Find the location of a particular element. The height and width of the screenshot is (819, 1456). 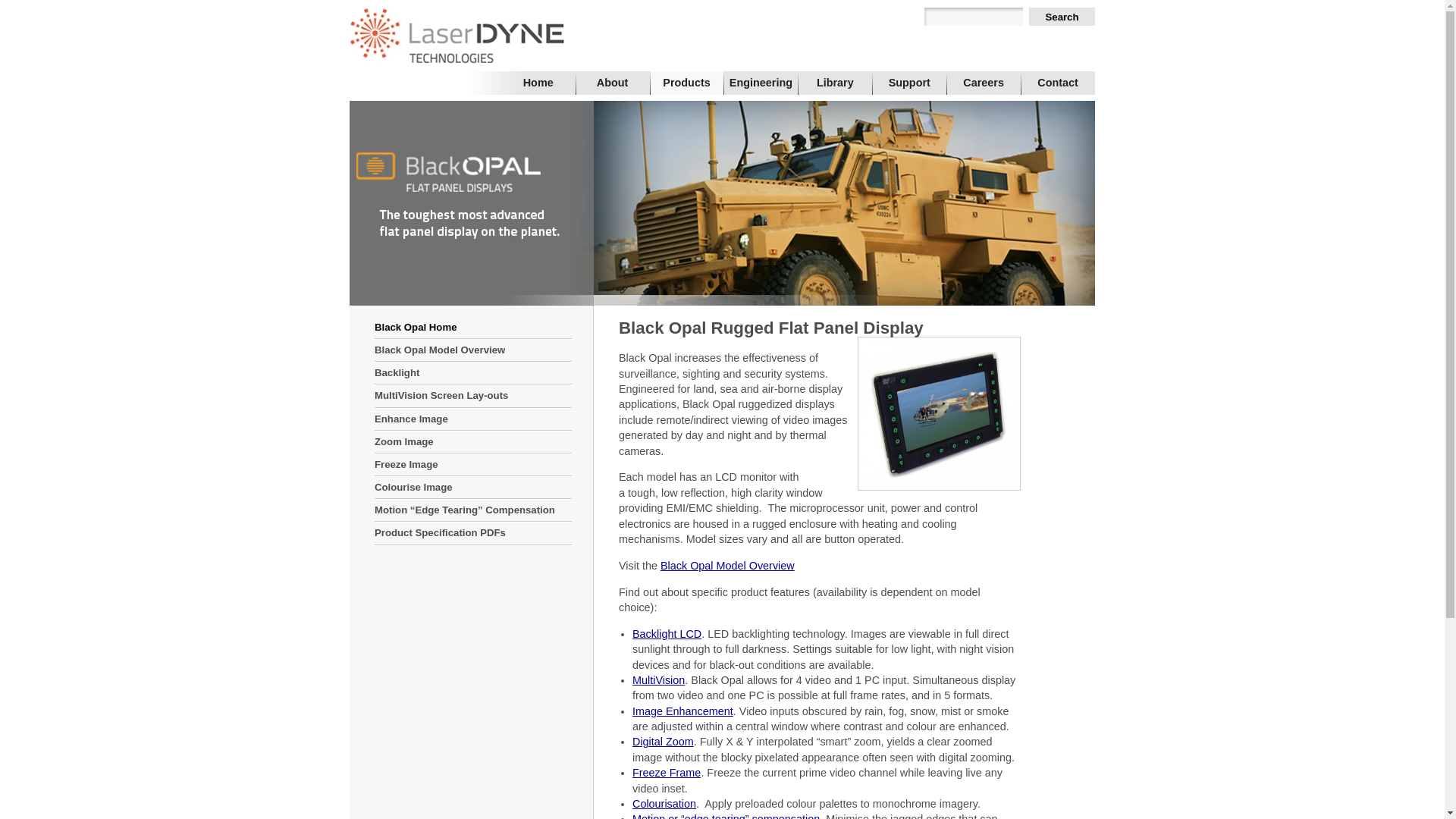

'Contact' is located at coordinates (1057, 83).